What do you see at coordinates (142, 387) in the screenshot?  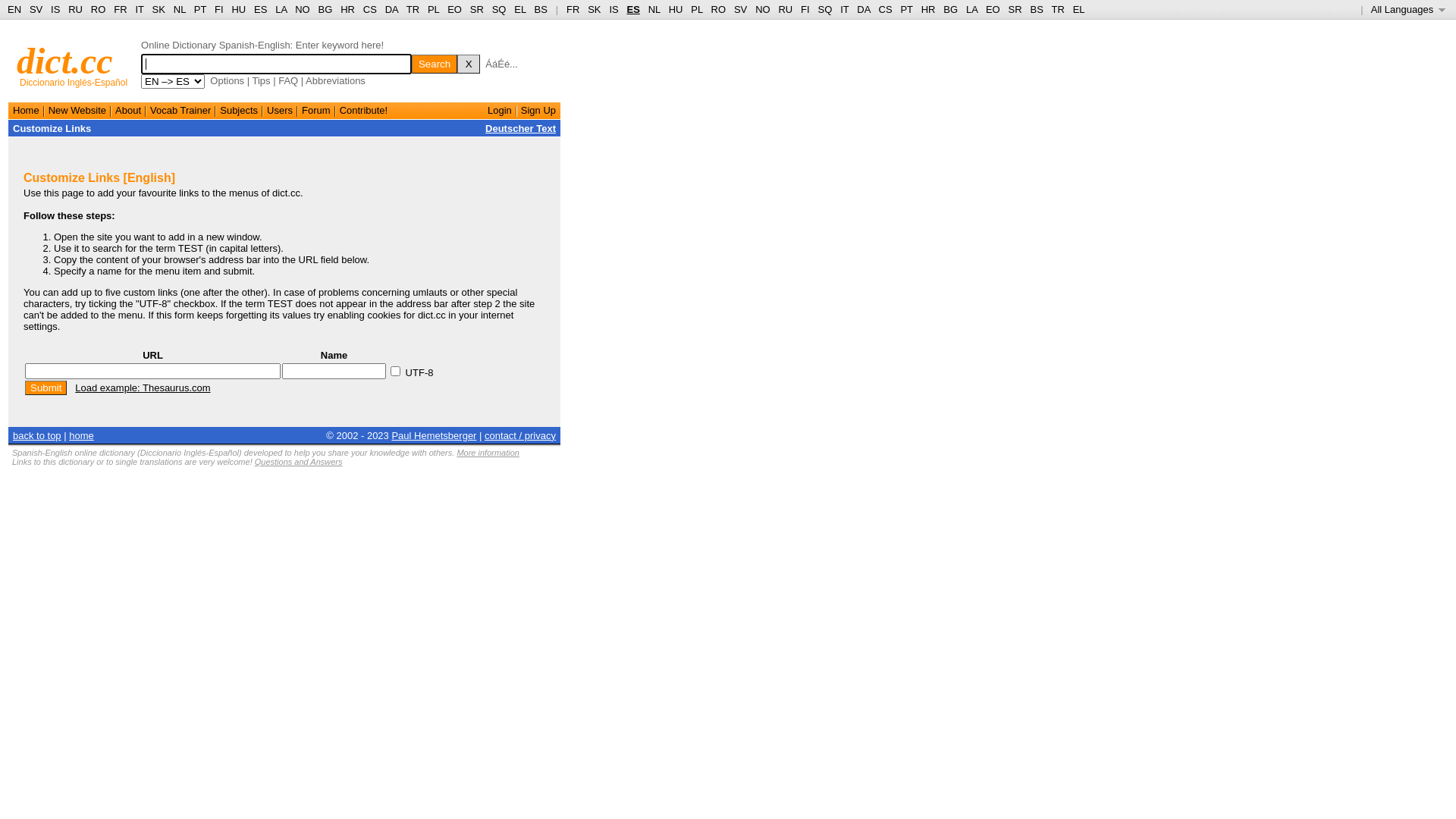 I see `'Load example: Thesaurus.com'` at bounding box center [142, 387].